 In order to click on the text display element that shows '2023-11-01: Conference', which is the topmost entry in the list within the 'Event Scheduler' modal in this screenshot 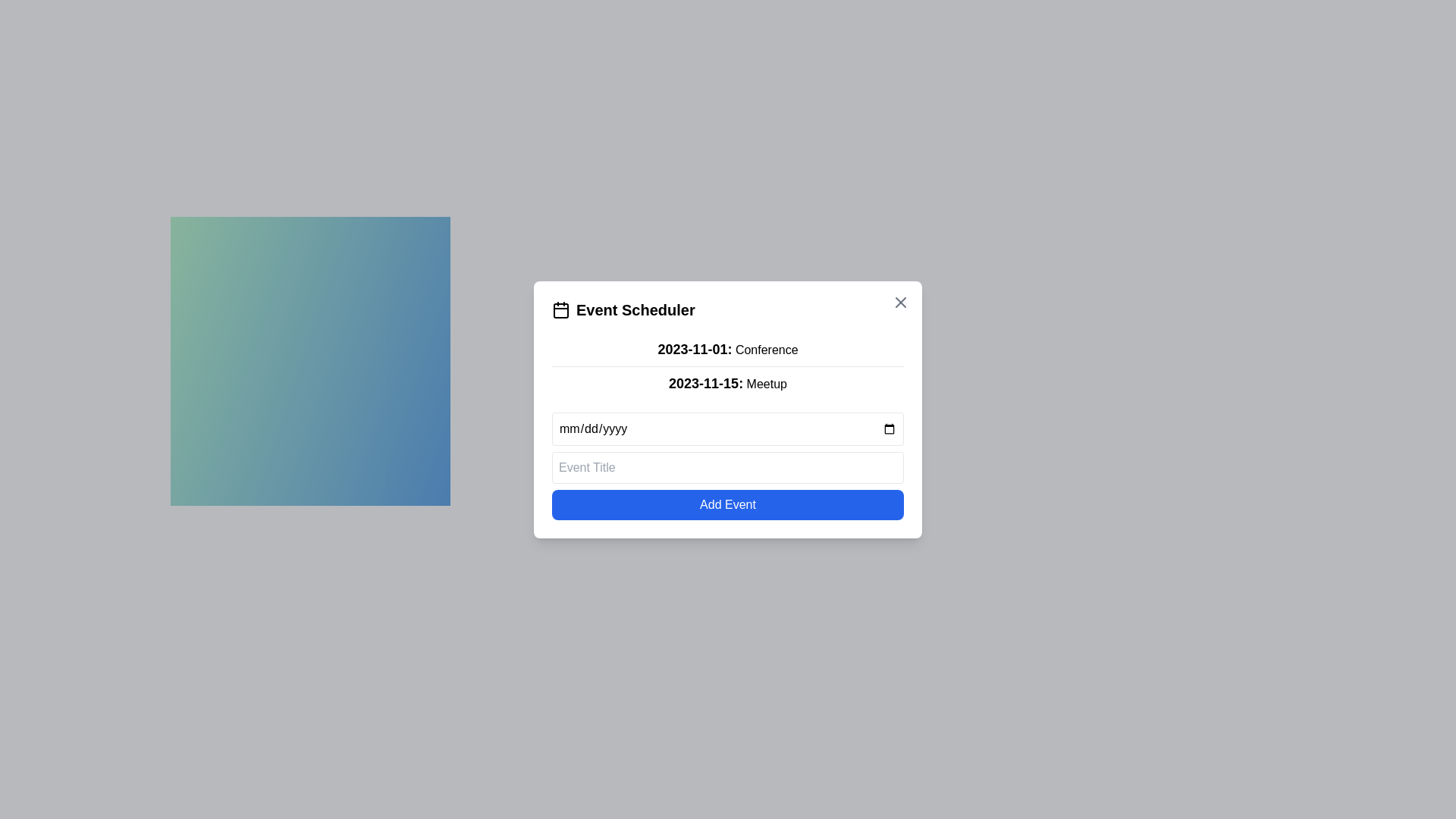, I will do `click(728, 348)`.